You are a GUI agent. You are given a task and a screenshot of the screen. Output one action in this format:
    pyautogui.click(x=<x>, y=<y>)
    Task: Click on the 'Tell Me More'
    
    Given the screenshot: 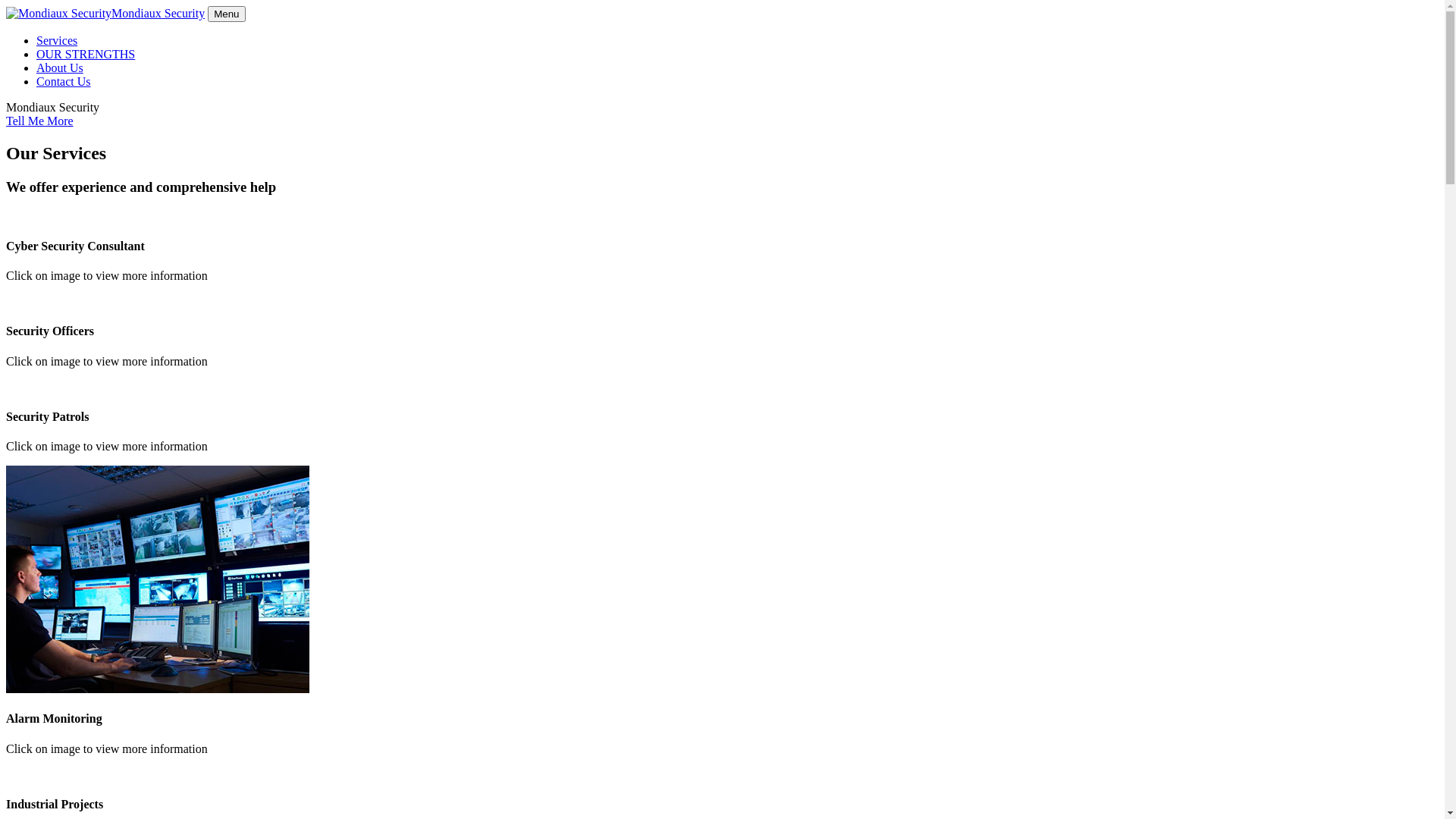 What is the action you would take?
    pyautogui.click(x=39, y=120)
    